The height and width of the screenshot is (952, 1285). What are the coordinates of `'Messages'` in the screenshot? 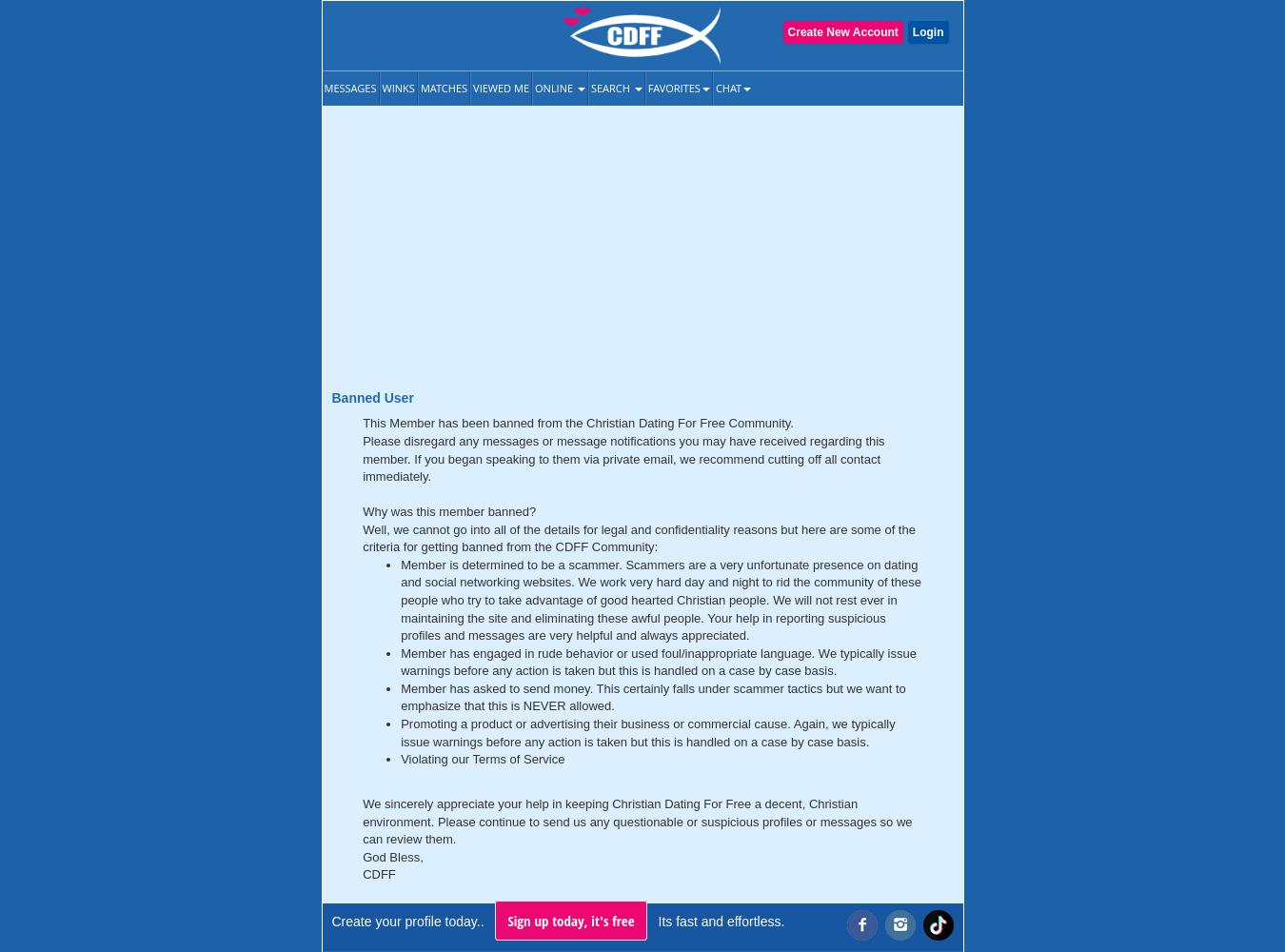 It's located at (349, 87).